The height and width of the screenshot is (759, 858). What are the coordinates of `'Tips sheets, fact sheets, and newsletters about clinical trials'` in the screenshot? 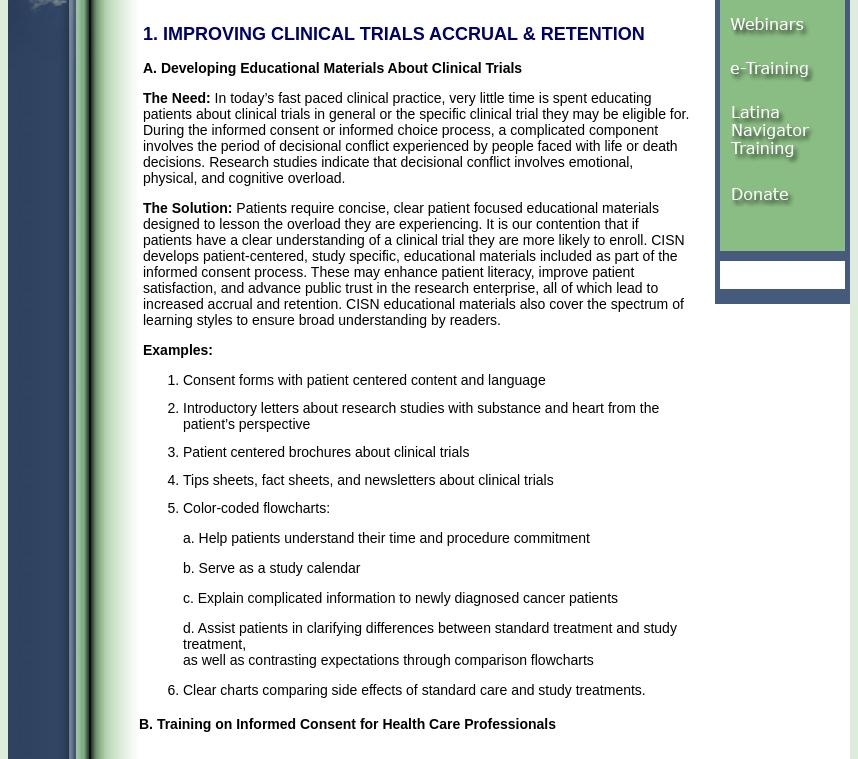 It's located at (367, 479).